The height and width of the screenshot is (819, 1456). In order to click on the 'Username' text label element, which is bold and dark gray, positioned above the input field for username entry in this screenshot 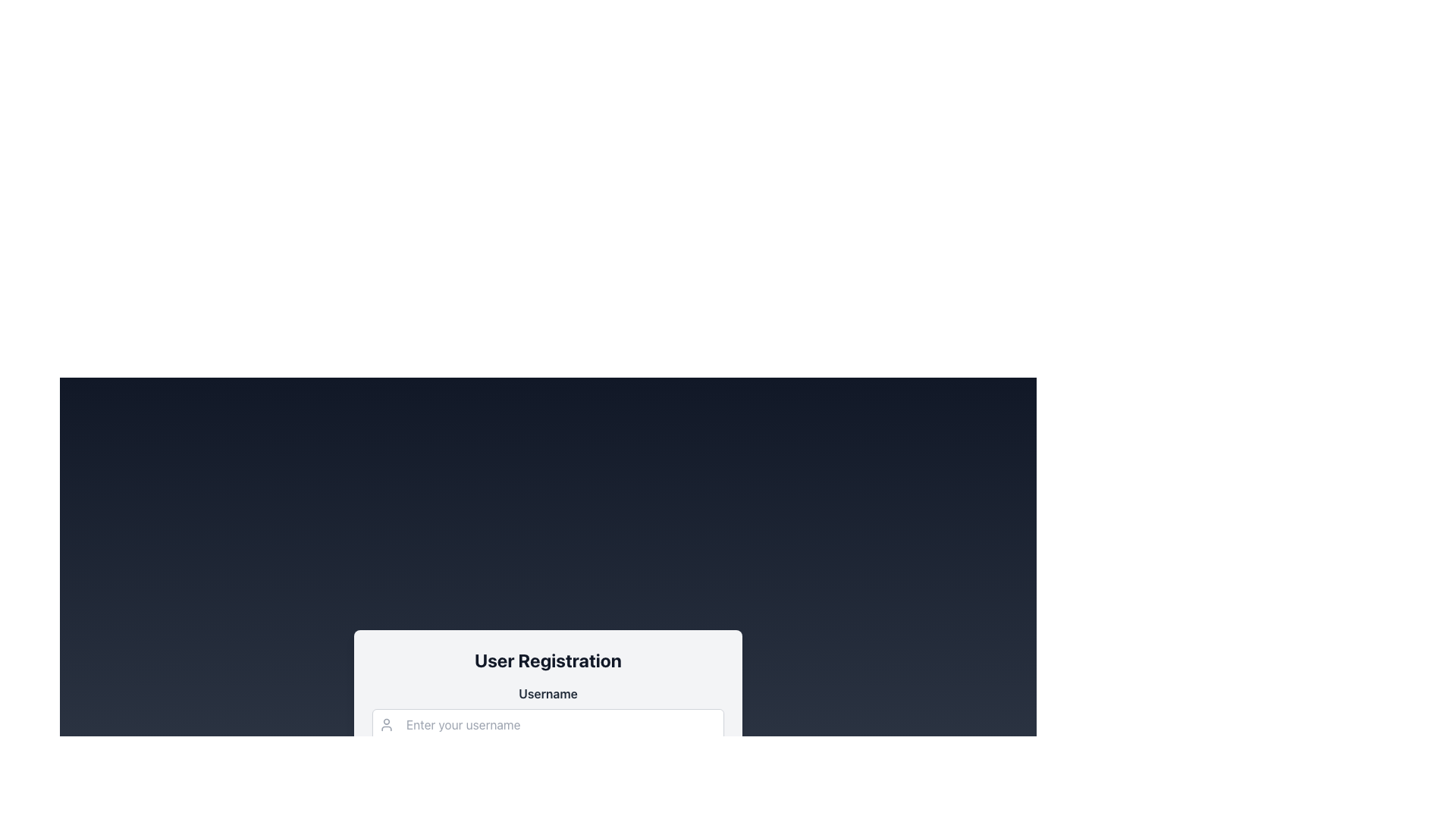, I will do `click(548, 693)`.